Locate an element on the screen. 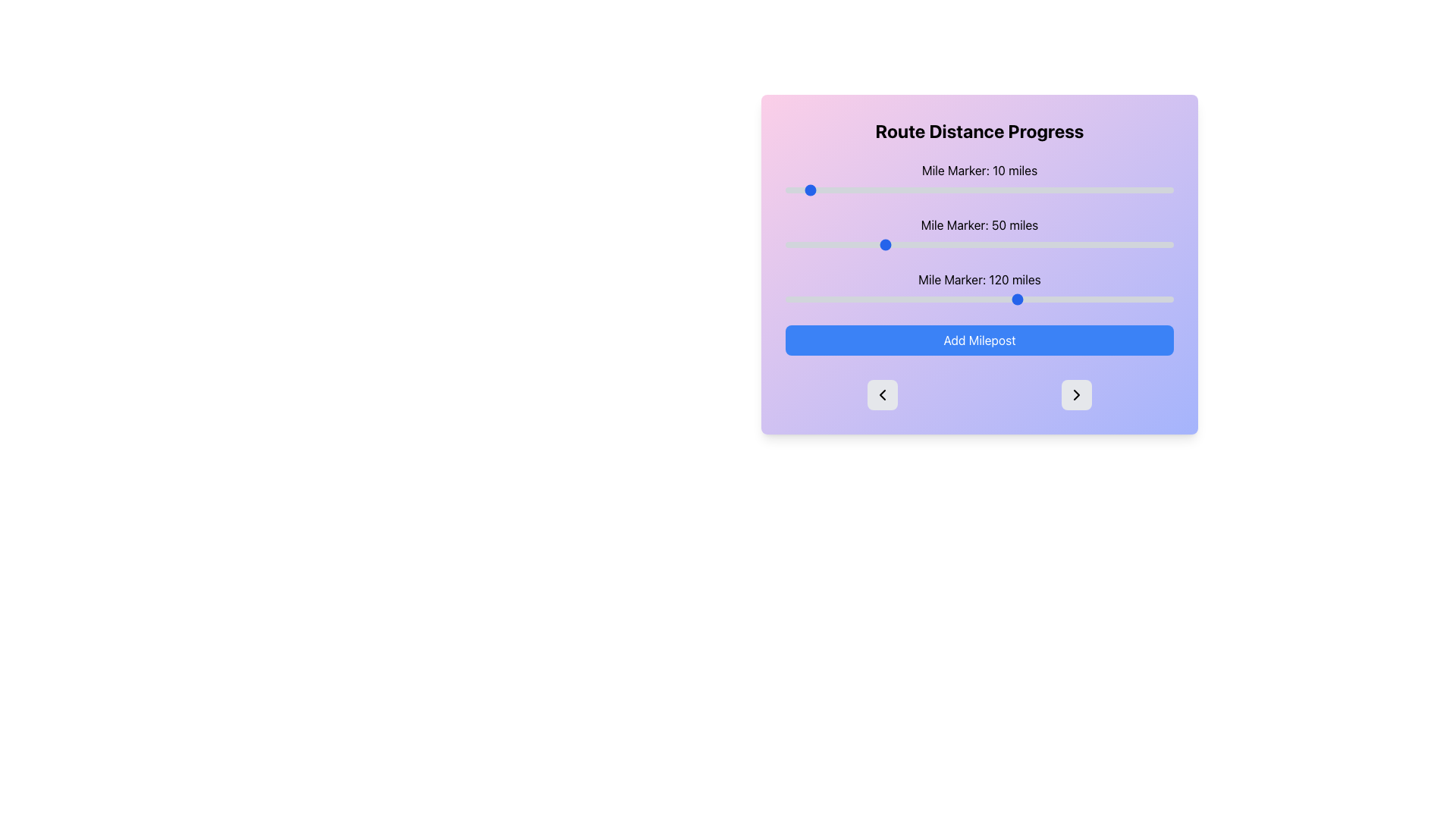 This screenshot has height=819, width=1456. the right arrow button in the Button Group located at the bottom of the 'Route Distance Progress' card is located at coordinates (979, 394).